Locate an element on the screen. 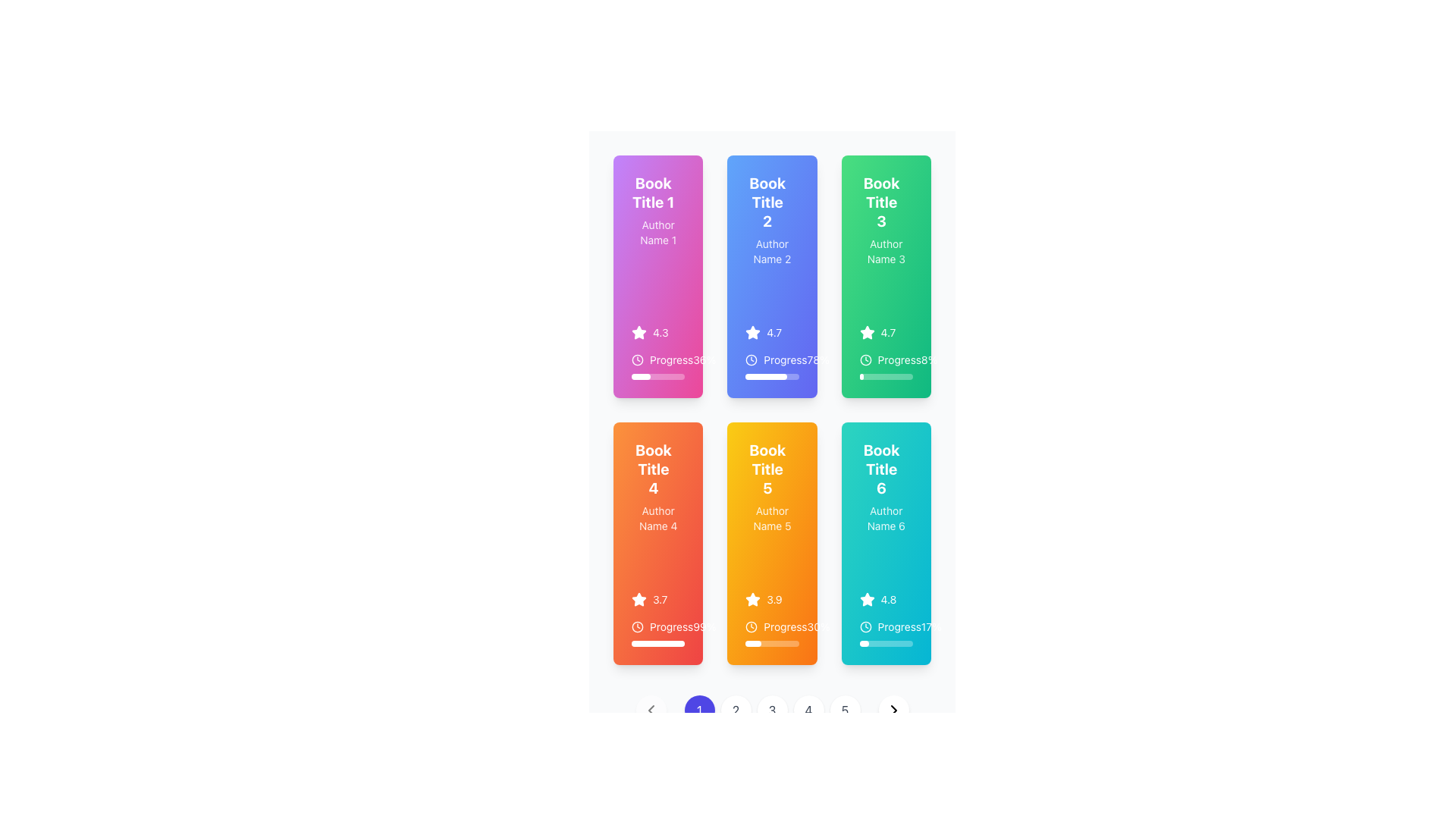 The height and width of the screenshot is (819, 1456). the star-shaped icon representing a rating of '4.7' for 'Book Title 2' located in the bottom left section of the card is located at coordinates (753, 332).